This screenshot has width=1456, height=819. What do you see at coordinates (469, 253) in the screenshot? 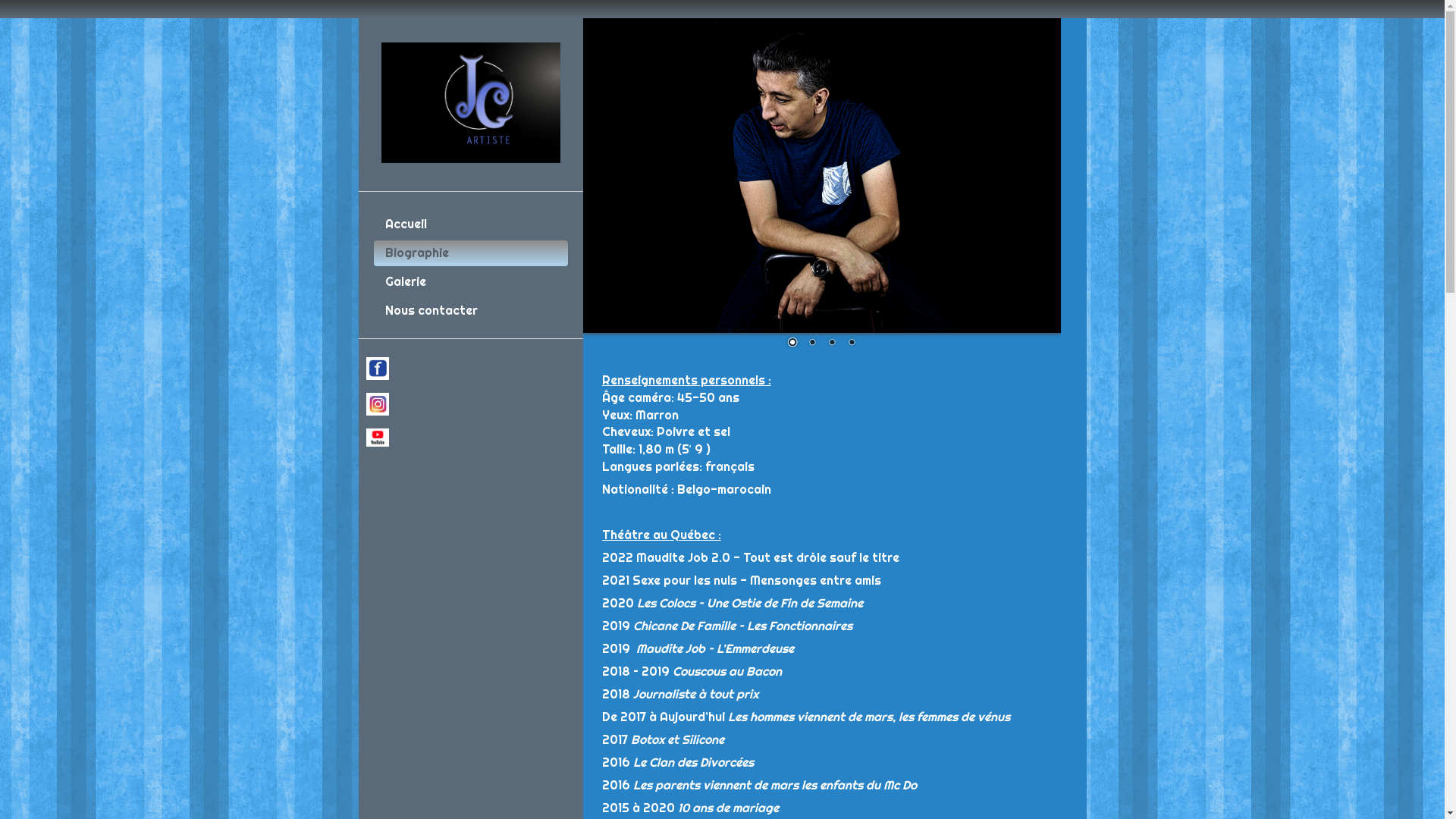
I see `'Biographie'` at bounding box center [469, 253].